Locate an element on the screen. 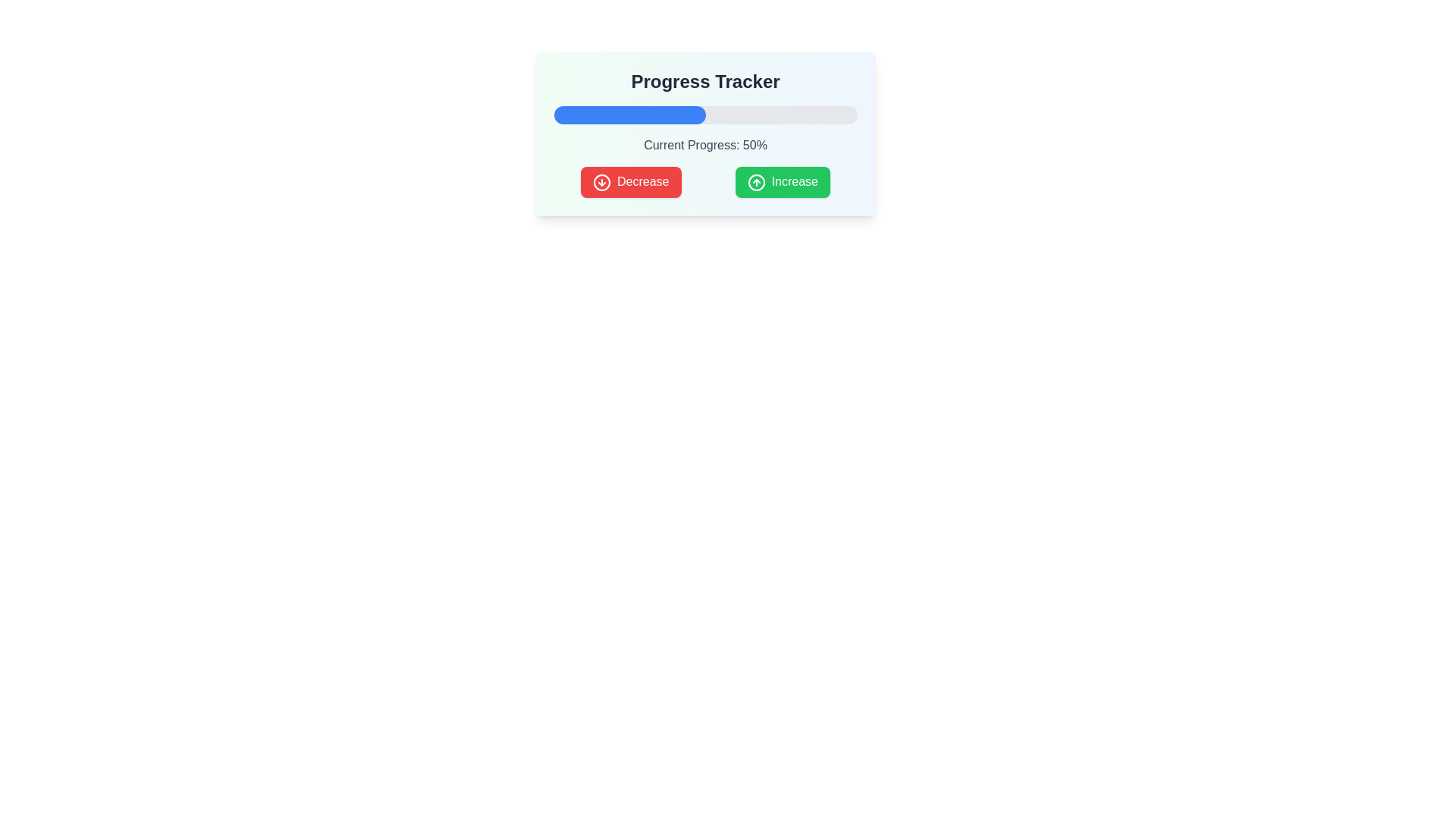 The width and height of the screenshot is (1456, 819). the non-interactive informational label that displays the current progress percentage in the 'Progress Tracker' card interface, located below the progress bar and above the control buttons is located at coordinates (704, 146).